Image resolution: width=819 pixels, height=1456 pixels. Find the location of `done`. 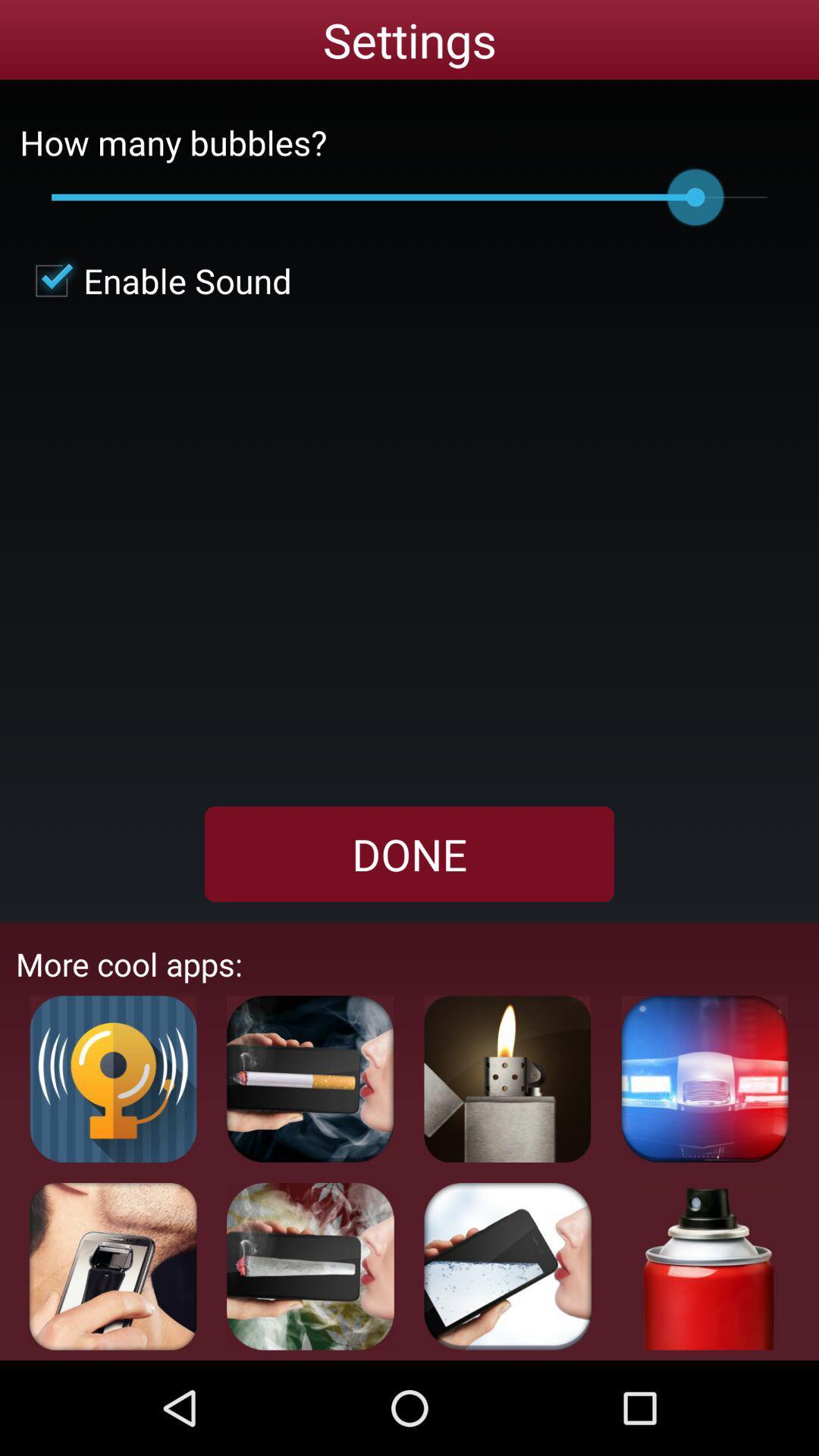

done is located at coordinates (409, 854).